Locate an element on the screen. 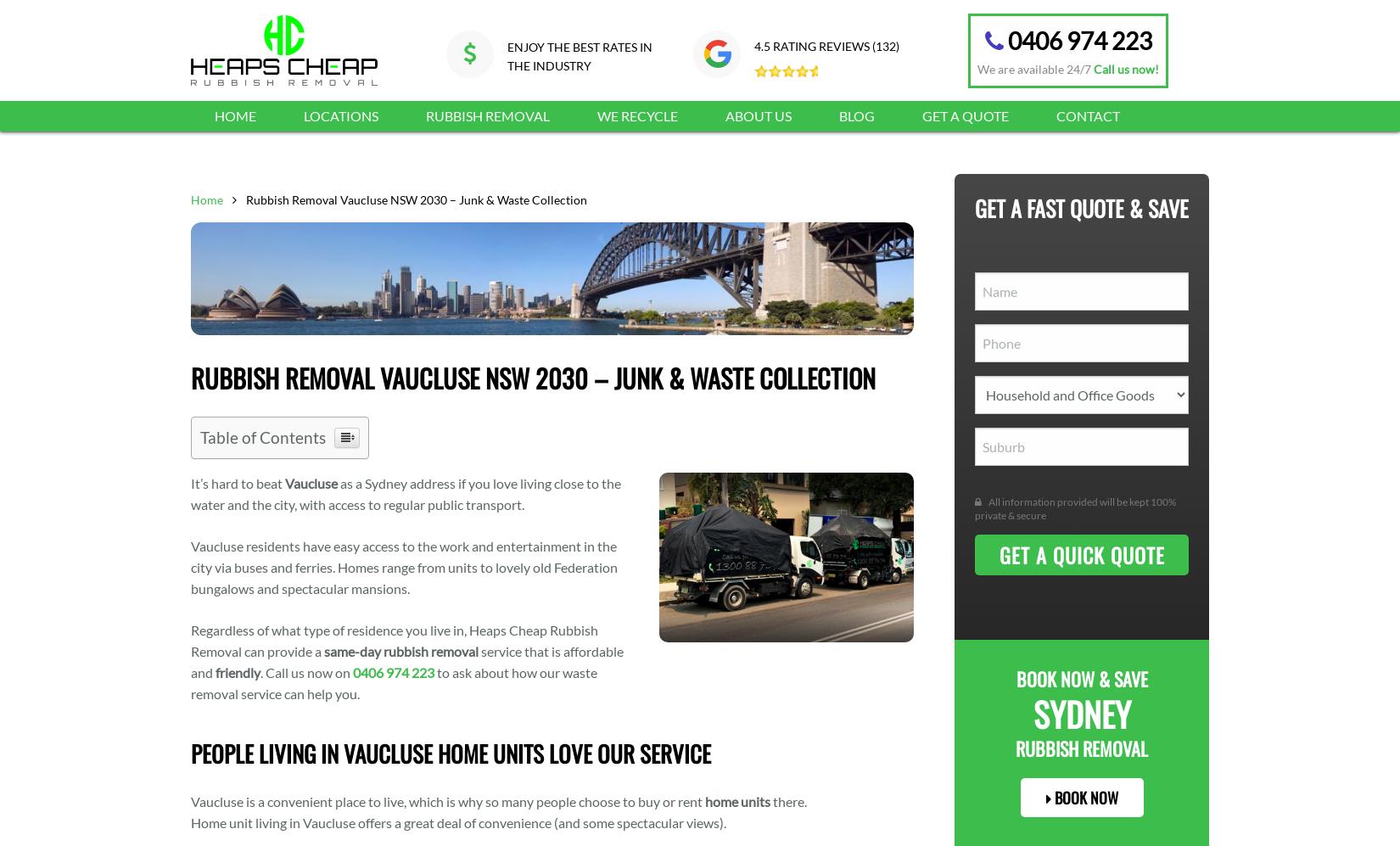 This screenshot has height=846, width=1400. 'About Us' is located at coordinates (725, 115).